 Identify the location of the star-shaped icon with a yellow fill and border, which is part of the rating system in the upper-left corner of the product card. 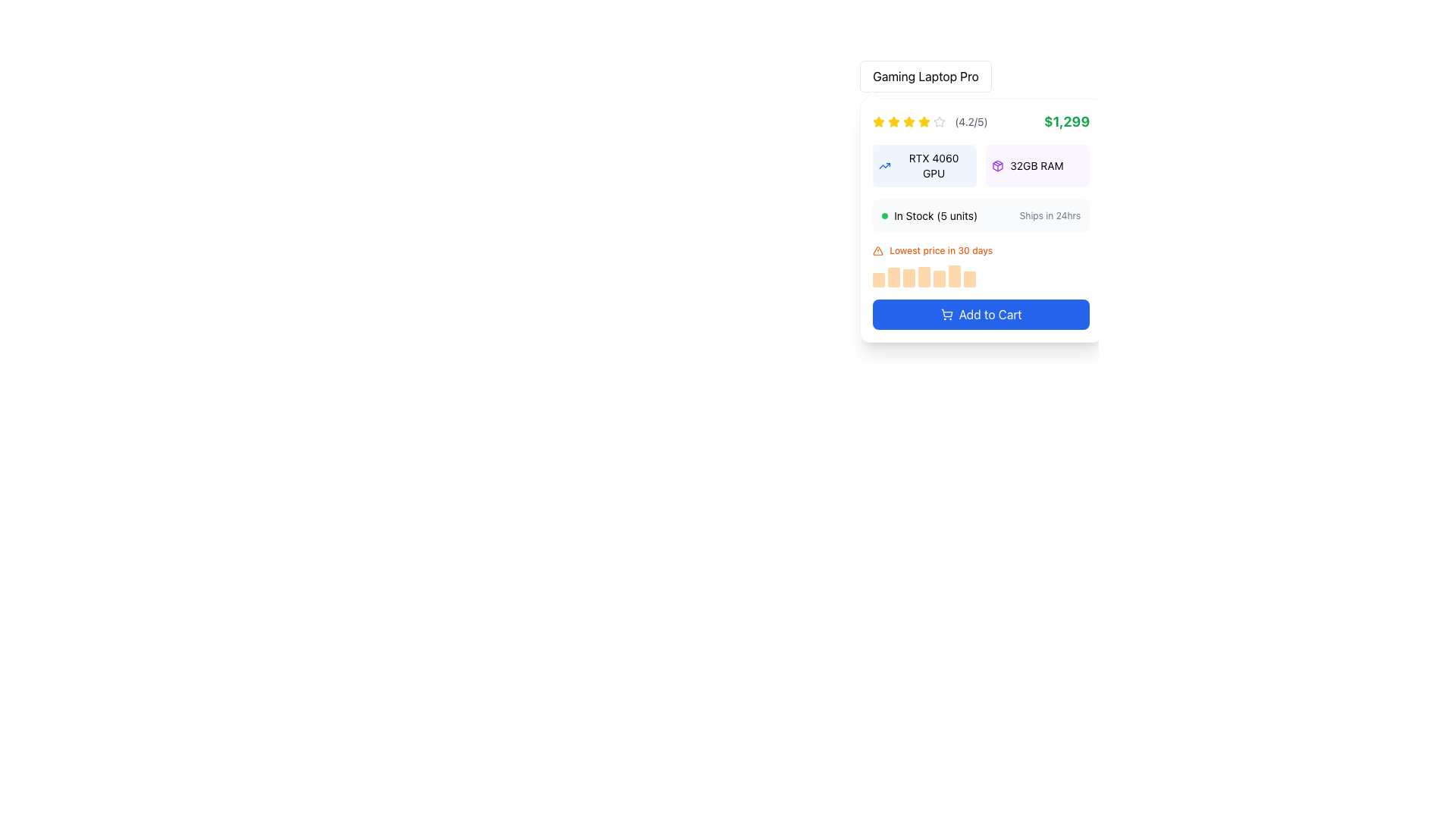
(879, 121).